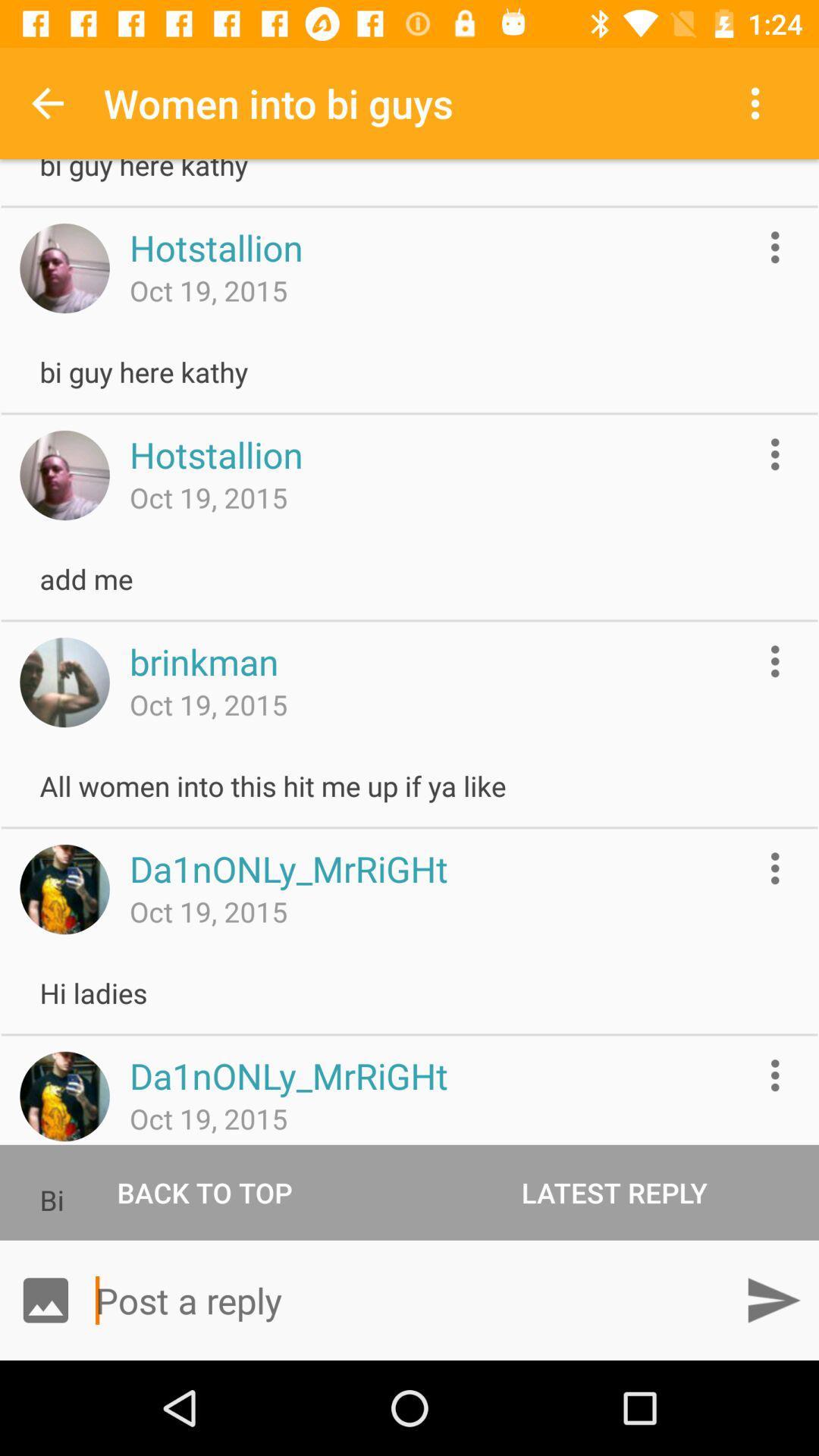 This screenshot has width=819, height=1456. What do you see at coordinates (775, 453) in the screenshot?
I see `more information` at bounding box center [775, 453].